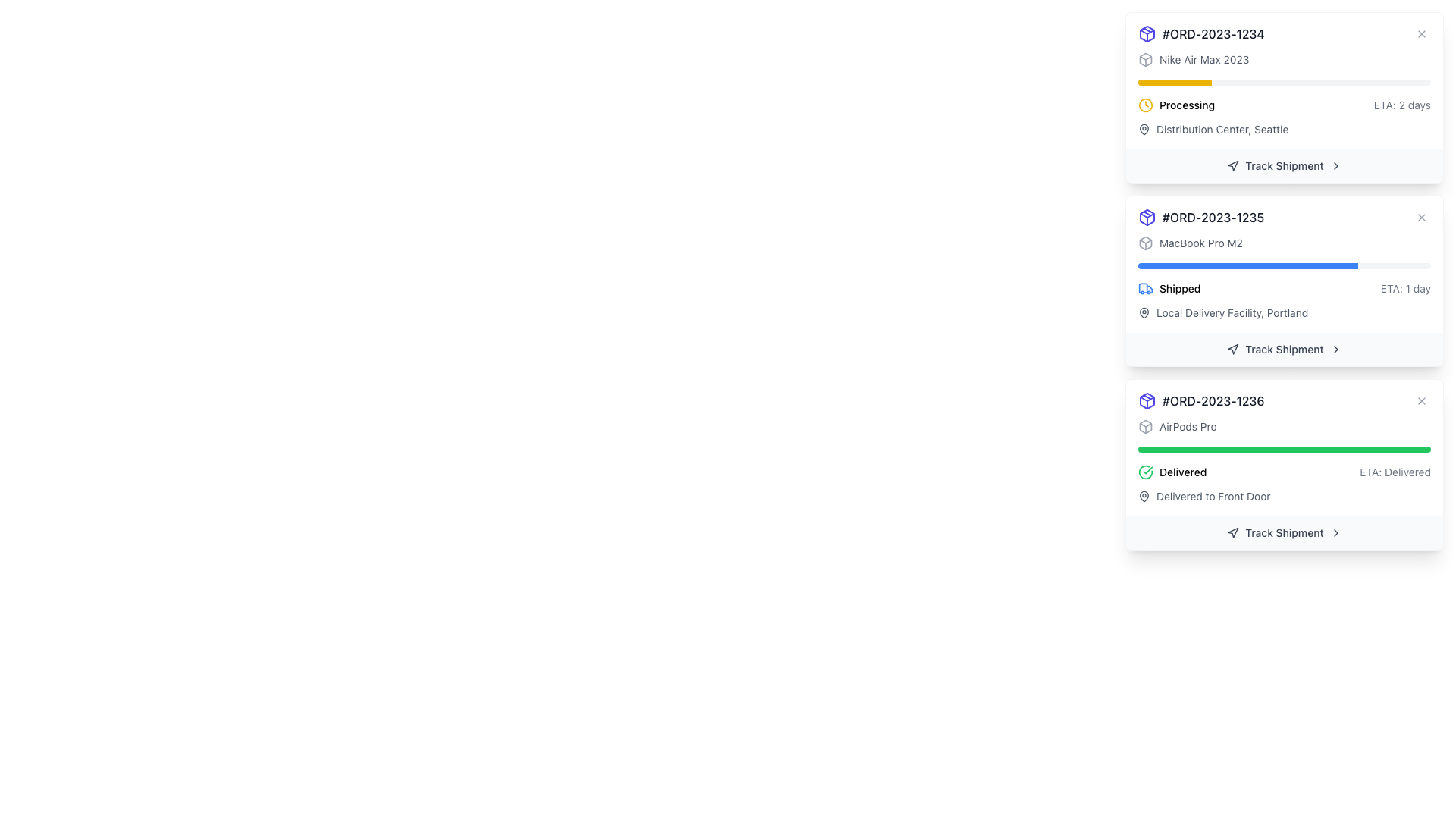 Image resolution: width=1456 pixels, height=819 pixels. What do you see at coordinates (1213, 497) in the screenshot?
I see `informational text 'Delivered to Front Door' which is styled in a small, gray font located in the bottommost card of the displayed list, beneath the 'Delivered' status and aligned to the left of the 'Track Shipment' button` at bounding box center [1213, 497].